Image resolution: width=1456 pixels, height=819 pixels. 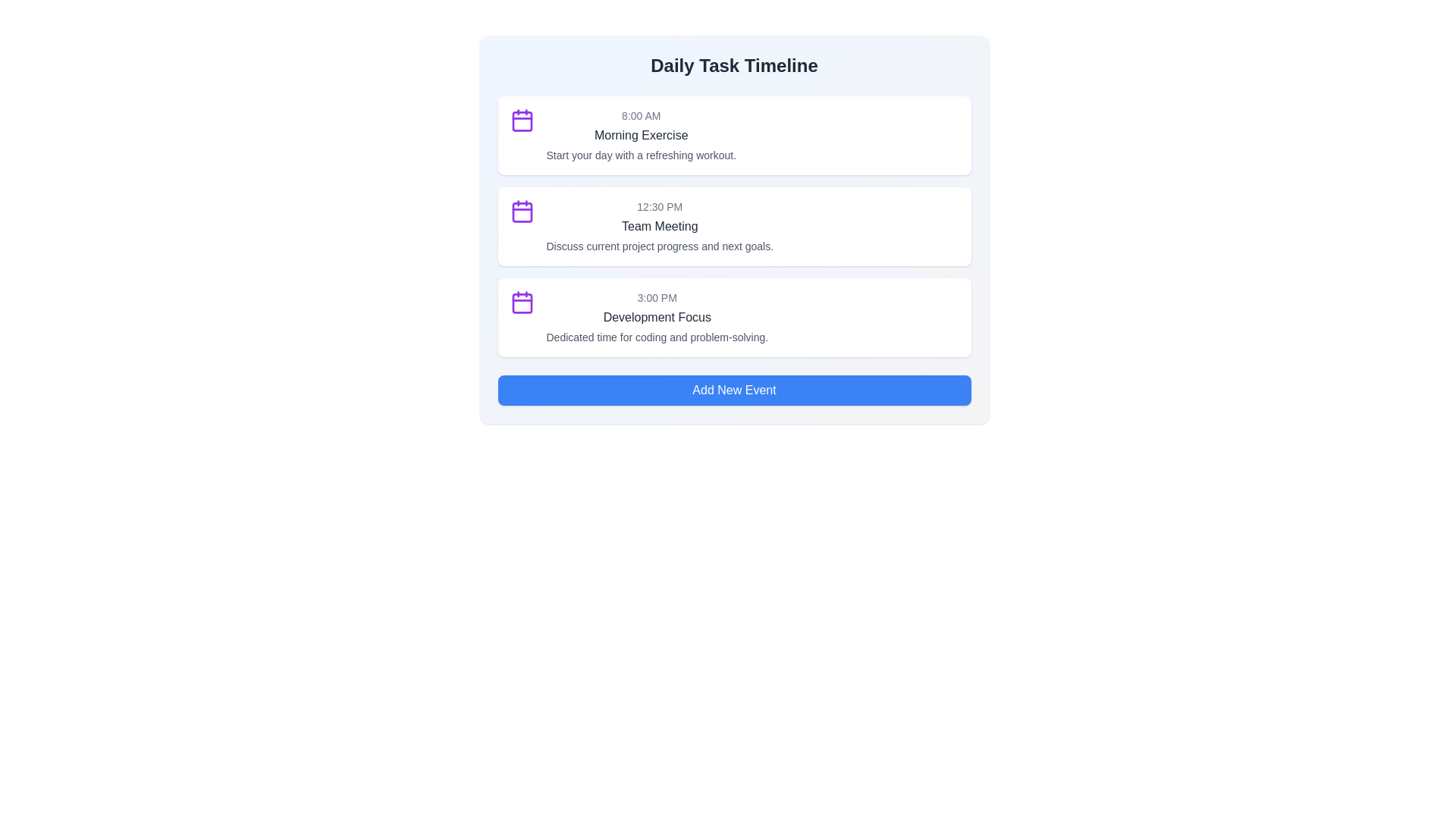 I want to click on the event icon located at the top left of the 'Morning Exercise' task box, adjacent to the text '8:00 AM', so click(x=522, y=119).